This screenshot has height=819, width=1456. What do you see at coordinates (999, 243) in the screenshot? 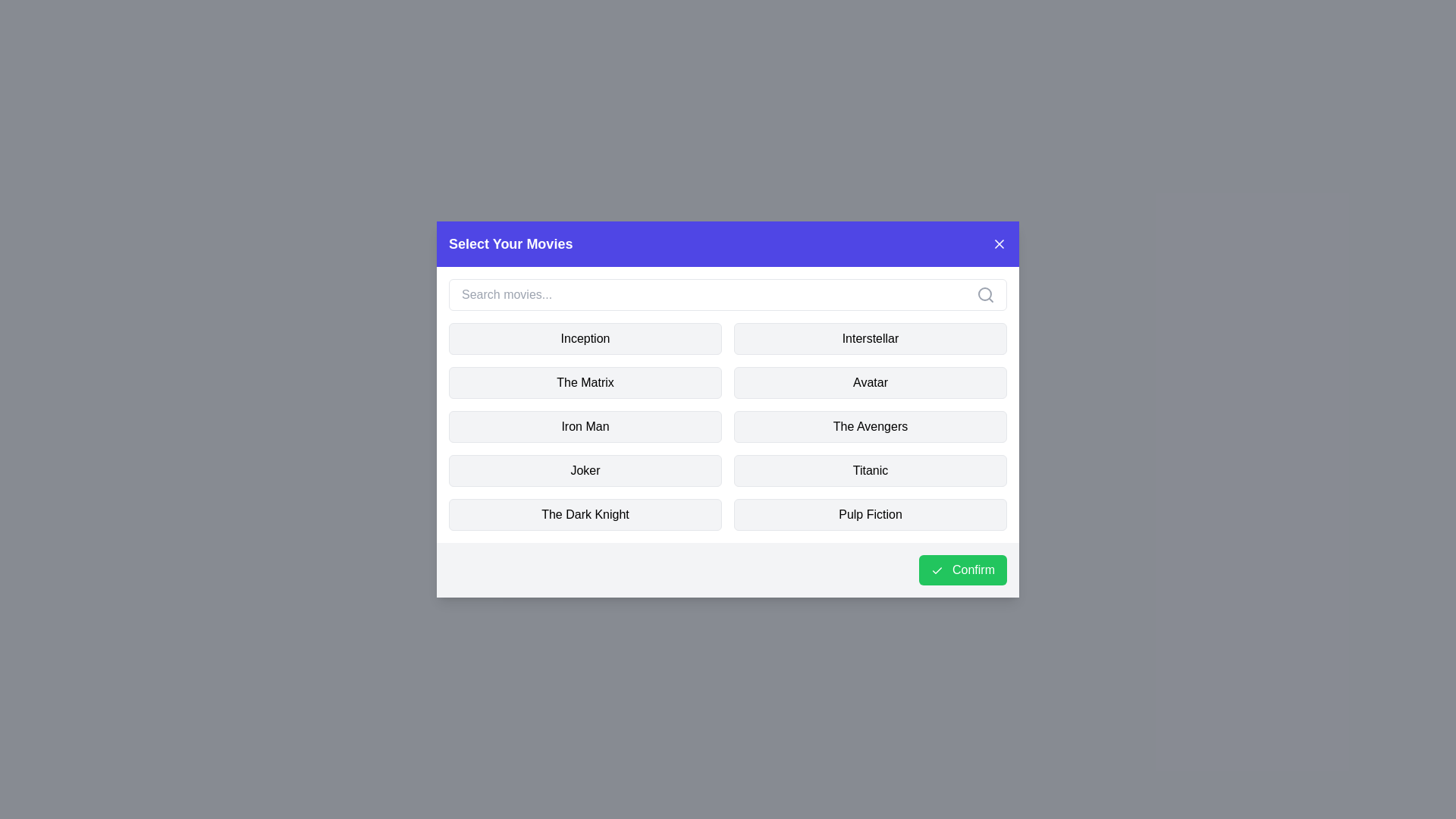
I see `the X button to close the dialog` at bounding box center [999, 243].